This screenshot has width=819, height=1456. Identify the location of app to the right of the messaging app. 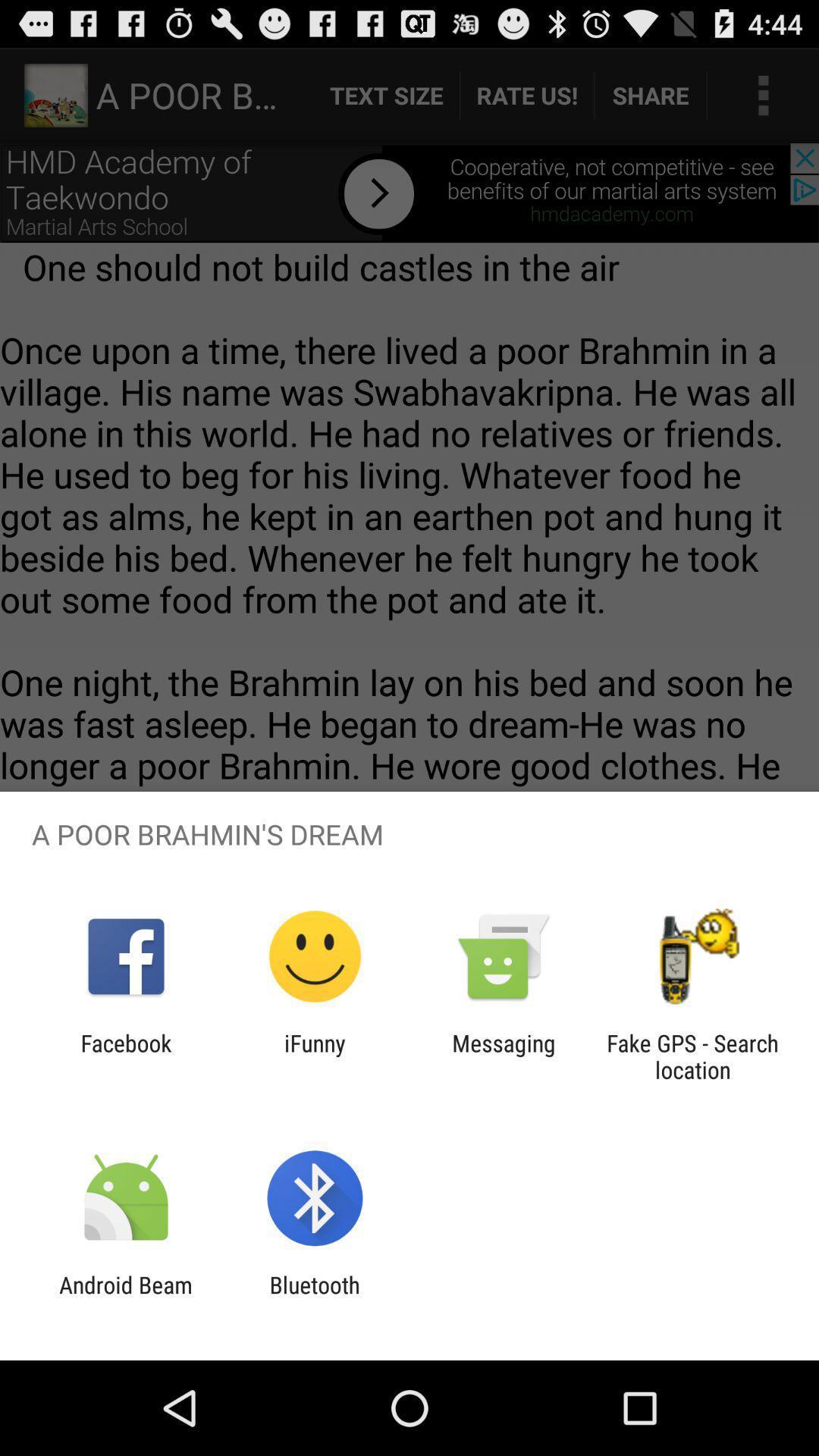
(692, 1056).